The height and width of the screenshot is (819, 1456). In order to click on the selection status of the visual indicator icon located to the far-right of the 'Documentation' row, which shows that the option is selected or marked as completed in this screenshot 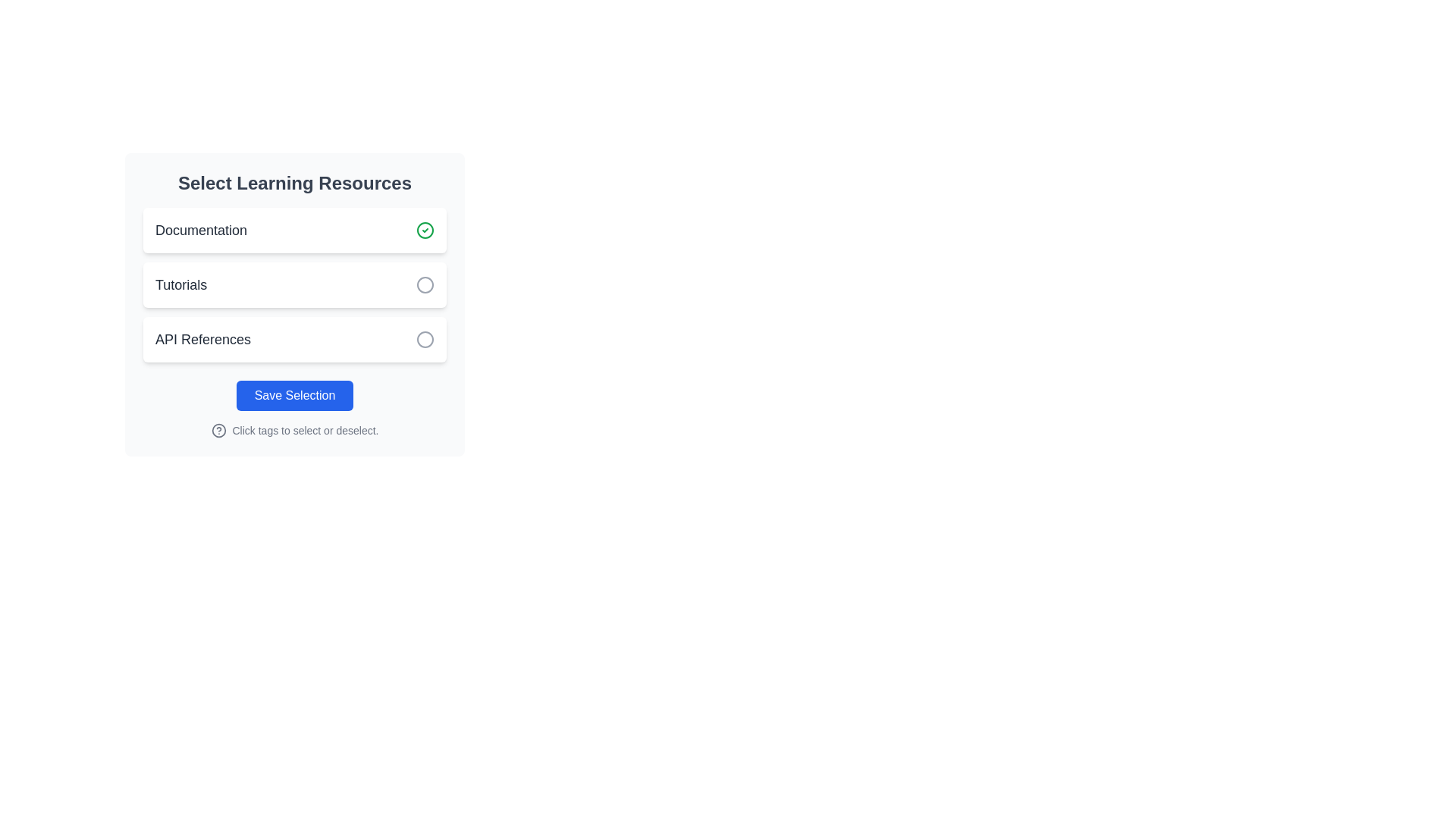, I will do `click(425, 231)`.